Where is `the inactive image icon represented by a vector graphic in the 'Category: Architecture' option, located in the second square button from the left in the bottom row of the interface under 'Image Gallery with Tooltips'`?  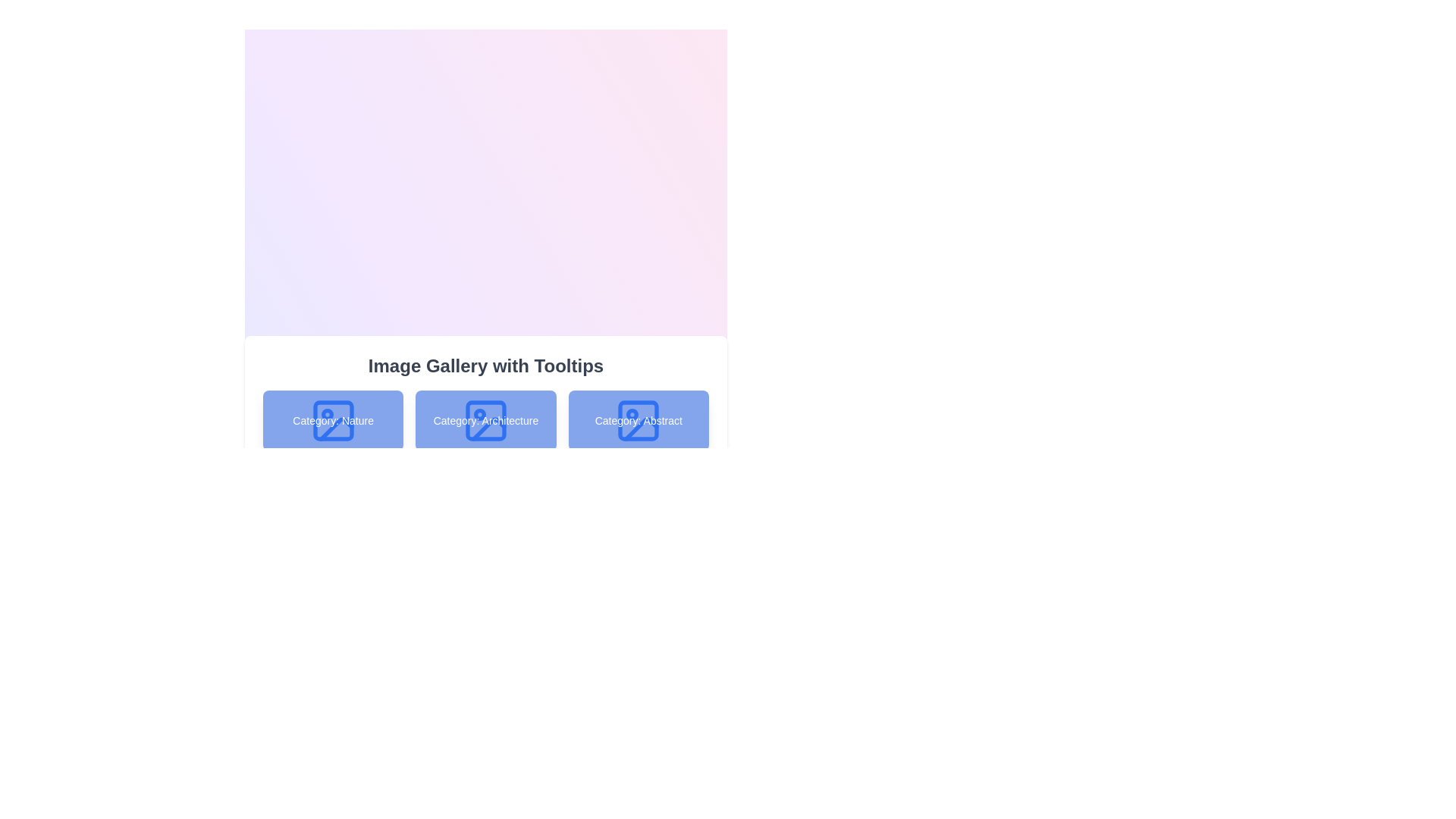 the inactive image icon represented by a vector graphic in the 'Category: Architecture' option, located in the second square button from the left in the bottom row of the interface under 'Image Gallery with Tooltips' is located at coordinates (488, 429).